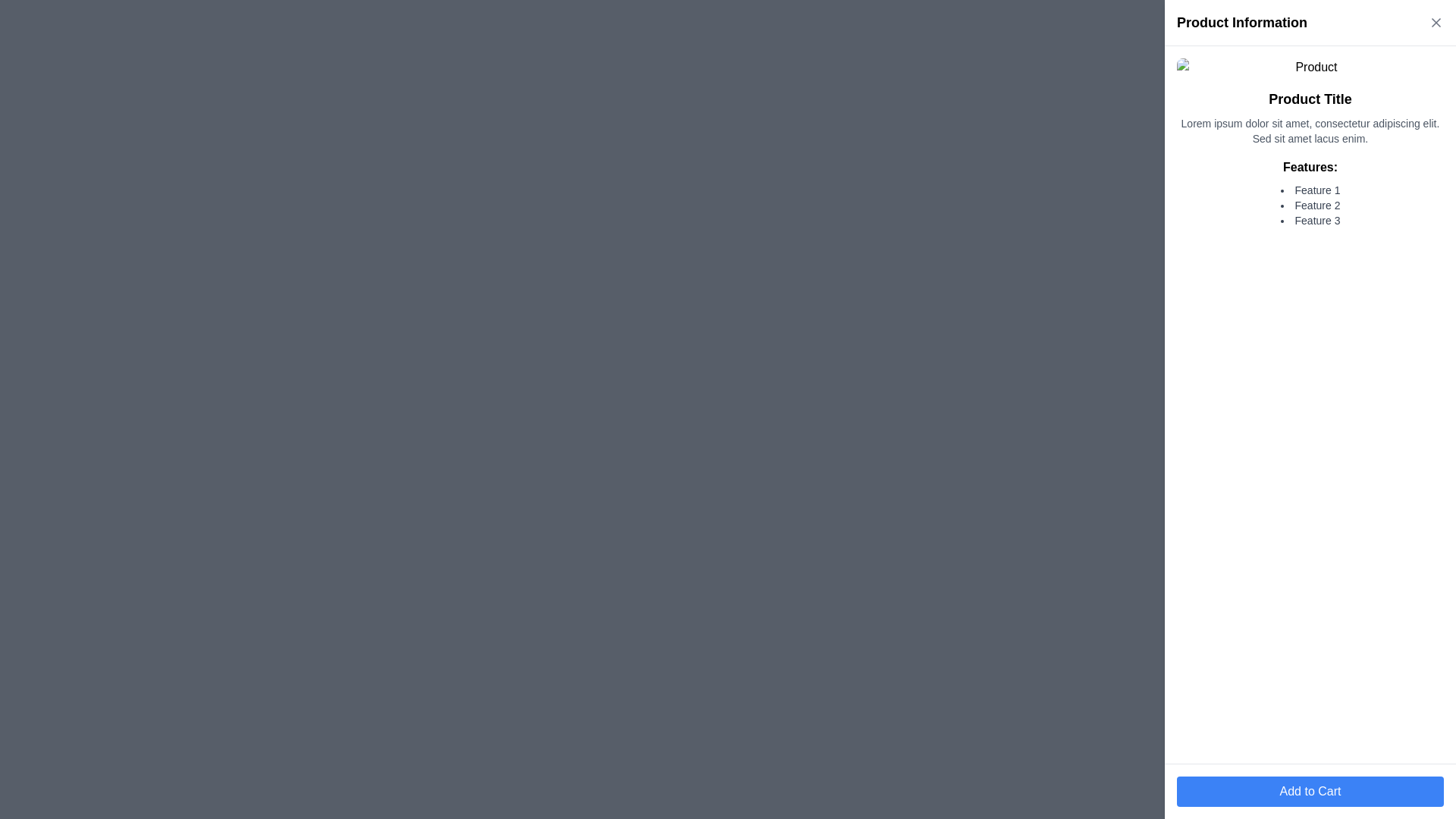  Describe the element at coordinates (1310, 205) in the screenshot. I see `the second item in the bullet-point list under the 'Features' heading, which is a non-interactive text descriptor between 'Feature 1' and 'Feature 3'` at that location.